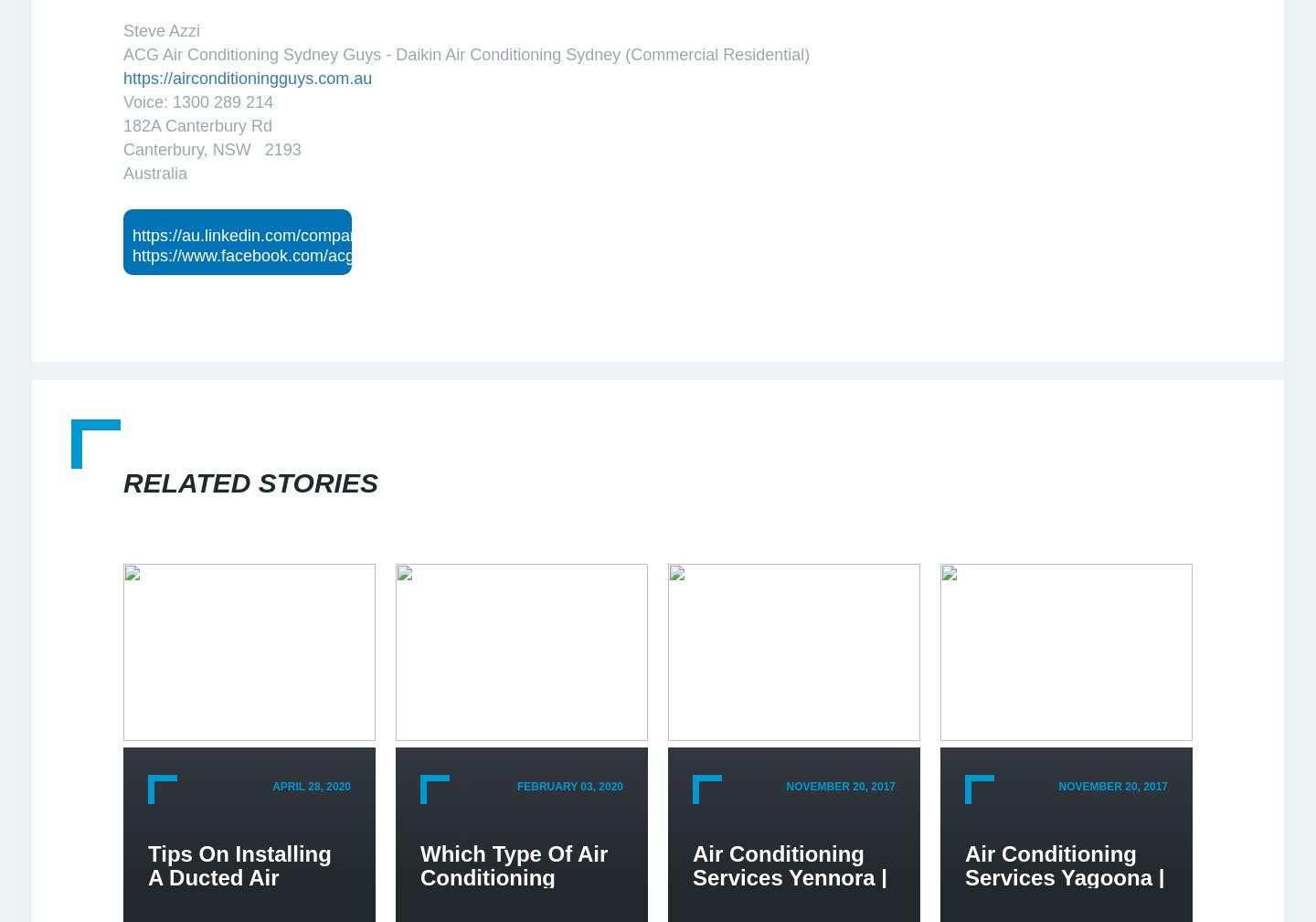 The width and height of the screenshot is (1316, 922). What do you see at coordinates (185, 30) in the screenshot?
I see `'Azzi'` at bounding box center [185, 30].